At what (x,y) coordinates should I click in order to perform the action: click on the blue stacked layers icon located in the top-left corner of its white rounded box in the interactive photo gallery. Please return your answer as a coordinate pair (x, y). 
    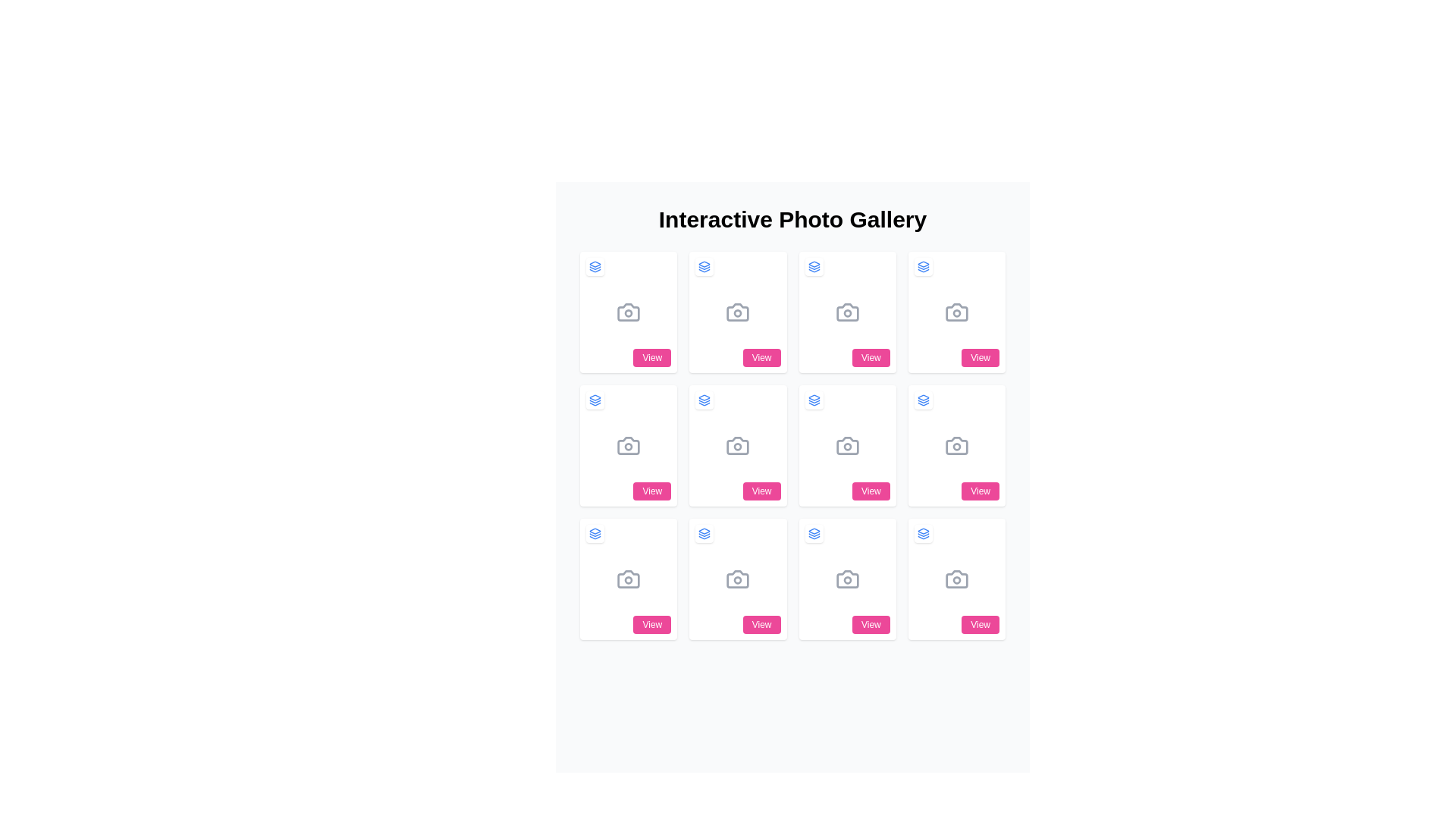
    Looking at the image, I should click on (922, 265).